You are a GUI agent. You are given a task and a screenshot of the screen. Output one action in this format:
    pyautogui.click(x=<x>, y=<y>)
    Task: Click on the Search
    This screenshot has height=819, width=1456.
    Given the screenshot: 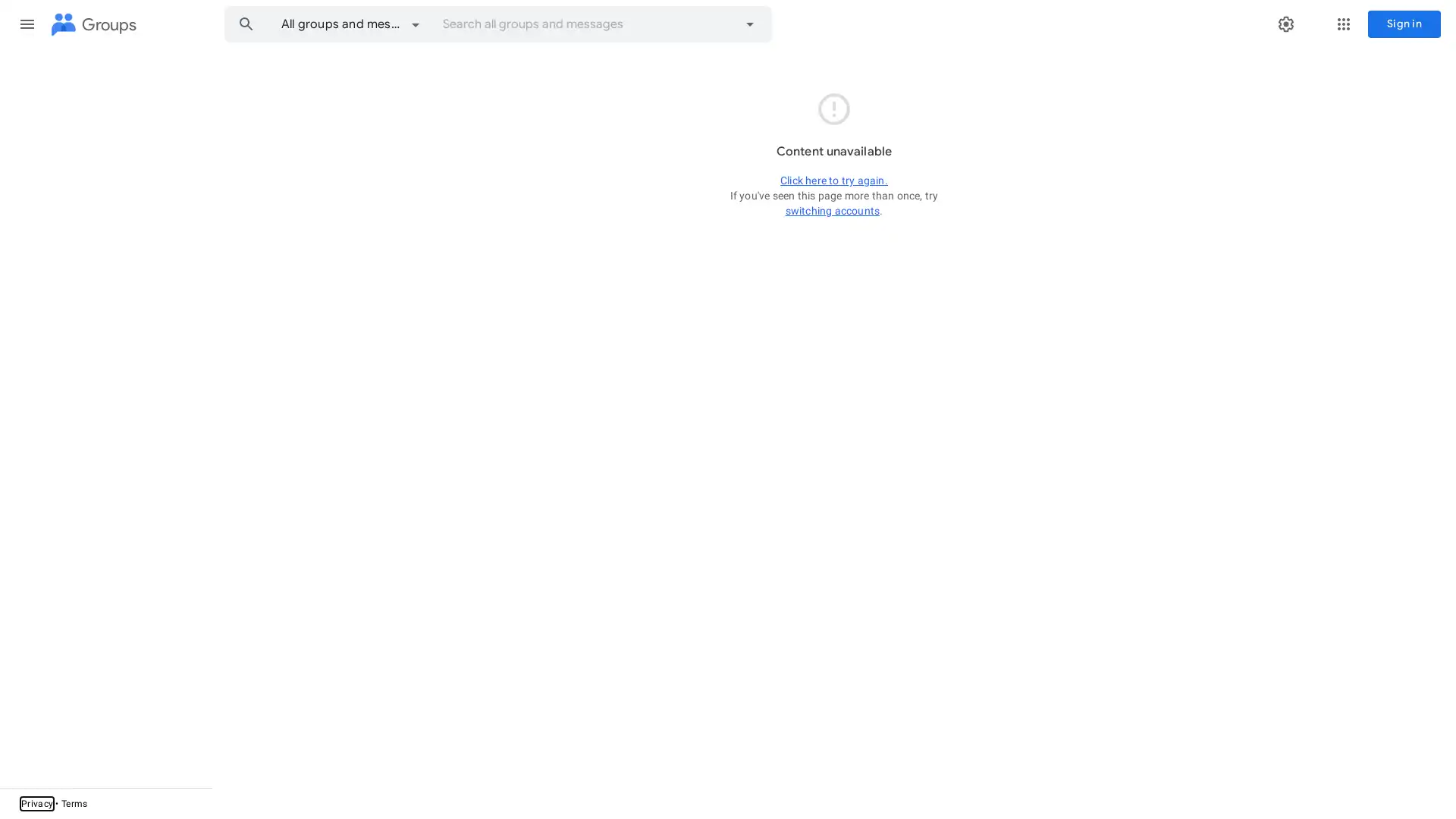 What is the action you would take?
    pyautogui.click(x=246, y=24)
    